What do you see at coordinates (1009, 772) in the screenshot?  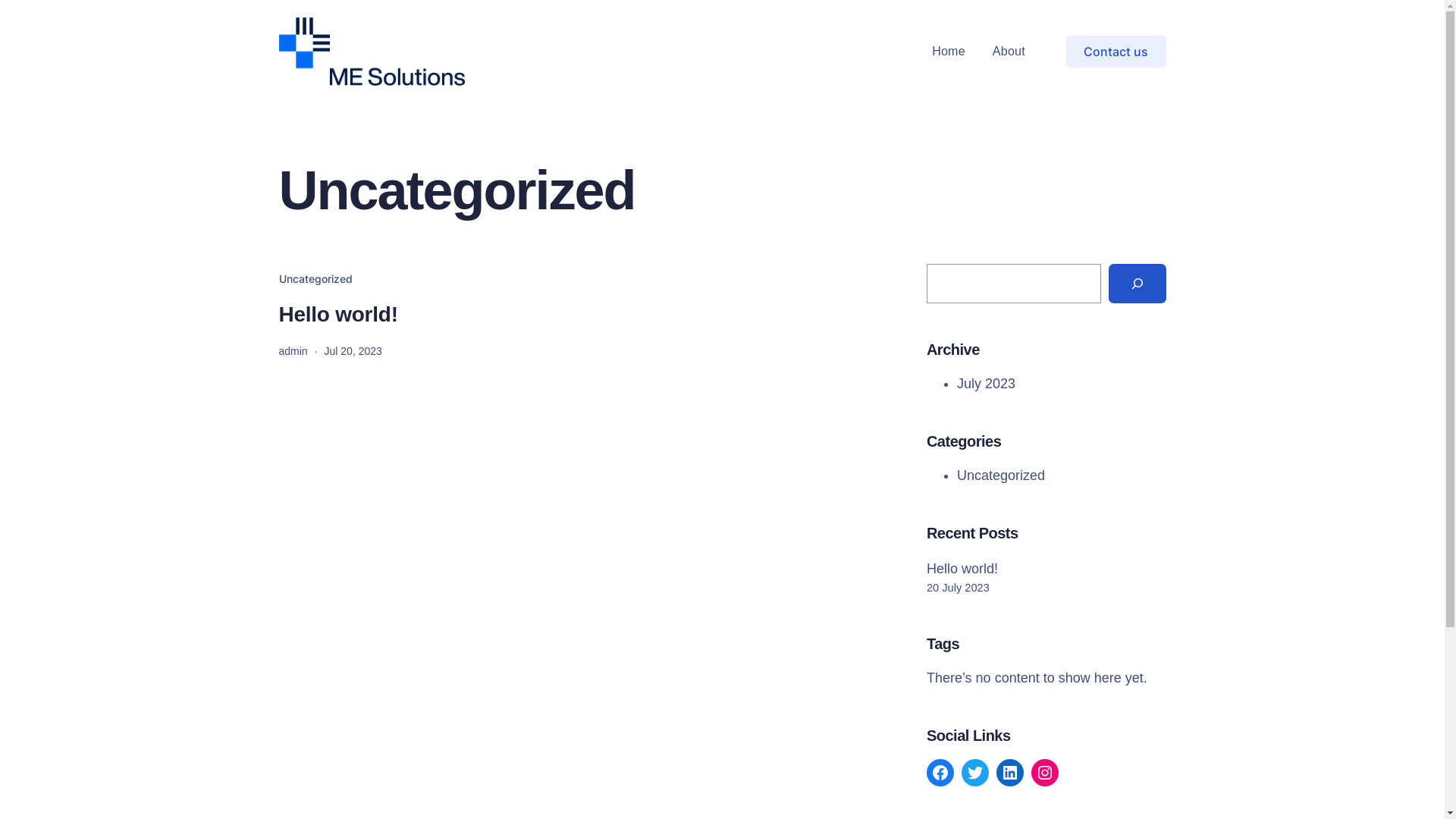 I see `'LinkedIn'` at bounding box center [1009, 772].